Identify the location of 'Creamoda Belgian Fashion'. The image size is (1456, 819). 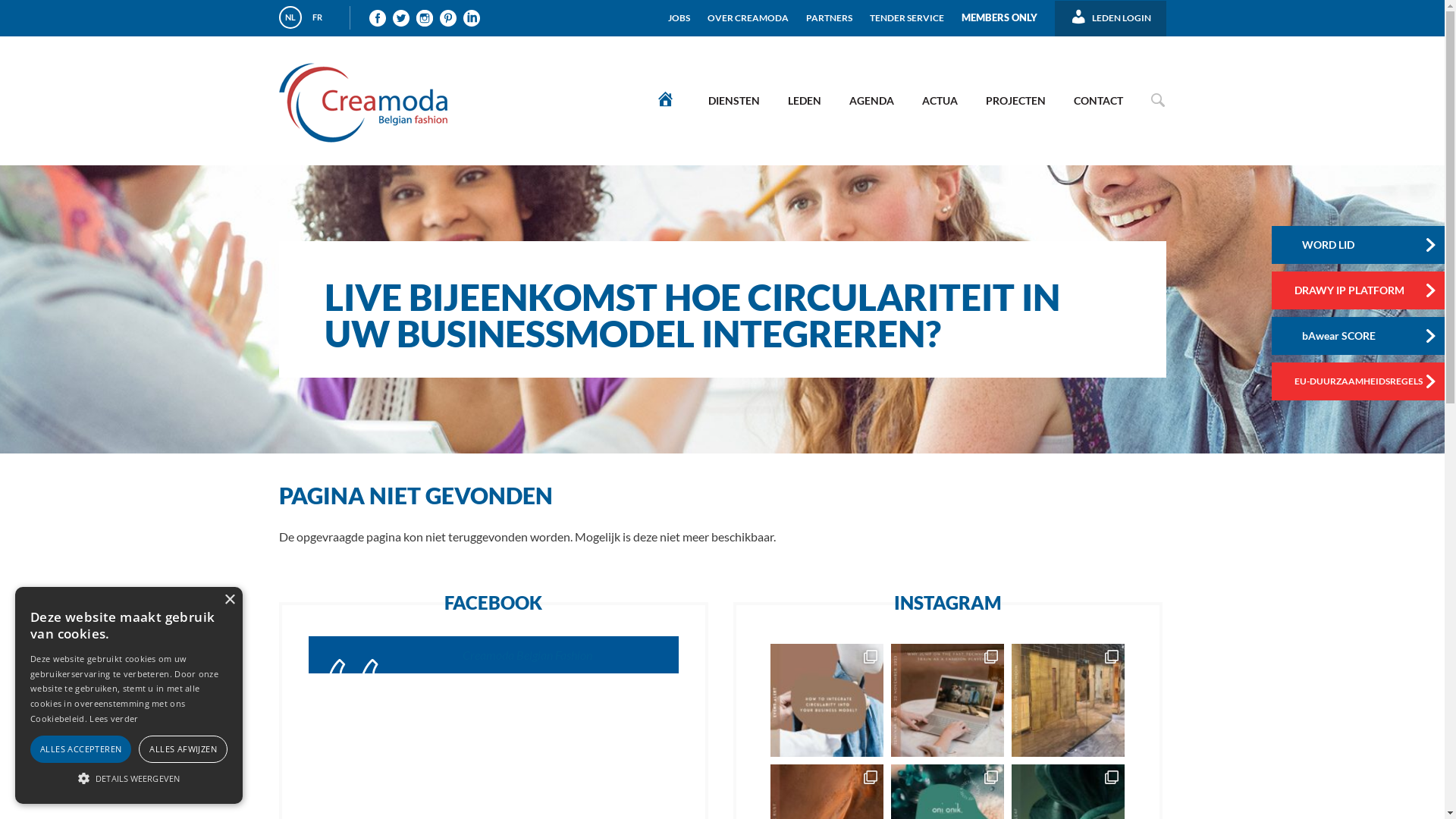
(527, 654).